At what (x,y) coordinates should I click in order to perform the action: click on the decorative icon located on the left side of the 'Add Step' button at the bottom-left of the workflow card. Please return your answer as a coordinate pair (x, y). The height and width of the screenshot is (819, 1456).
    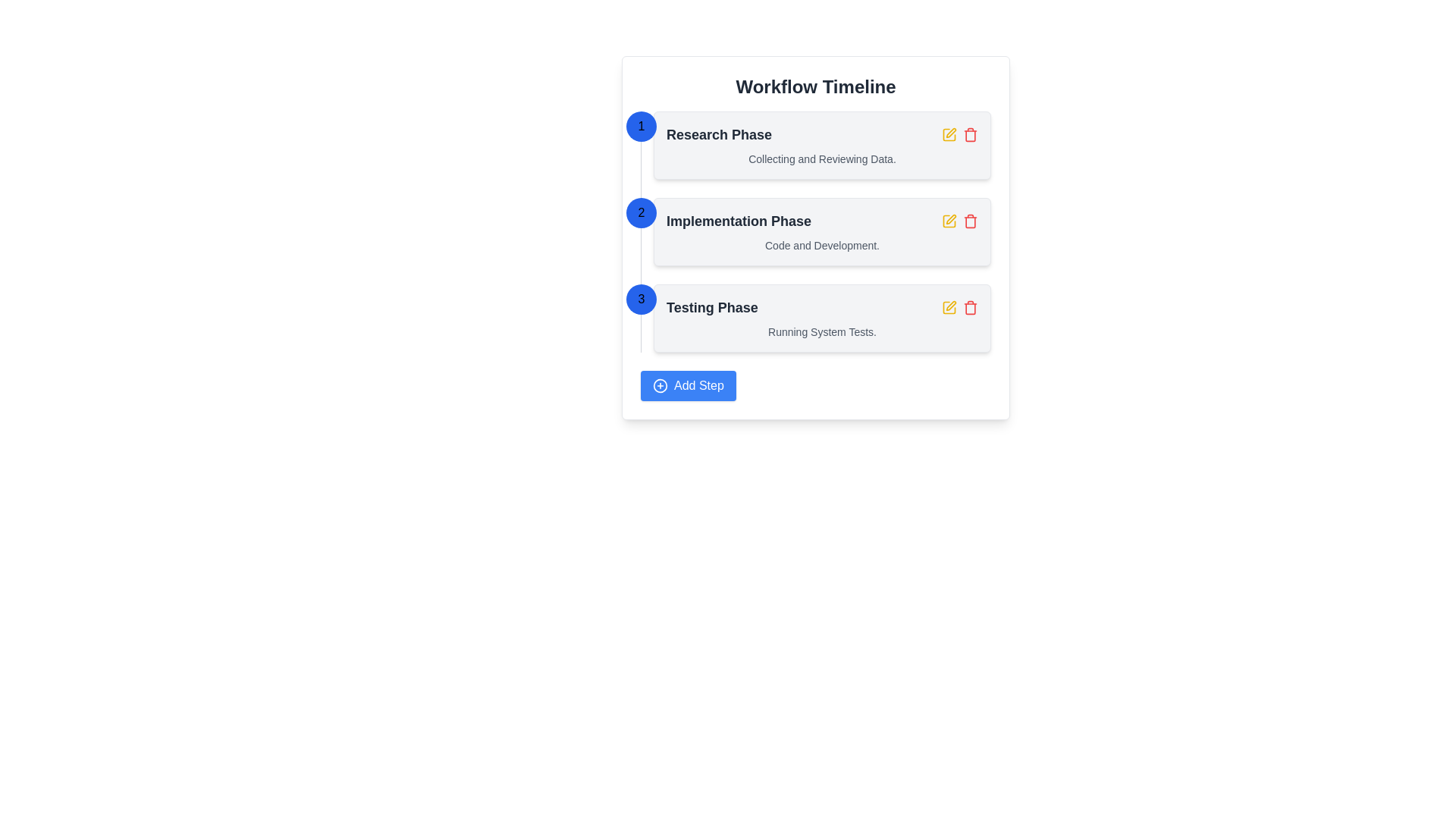
    Looking at the image, I should click on (660, 385).